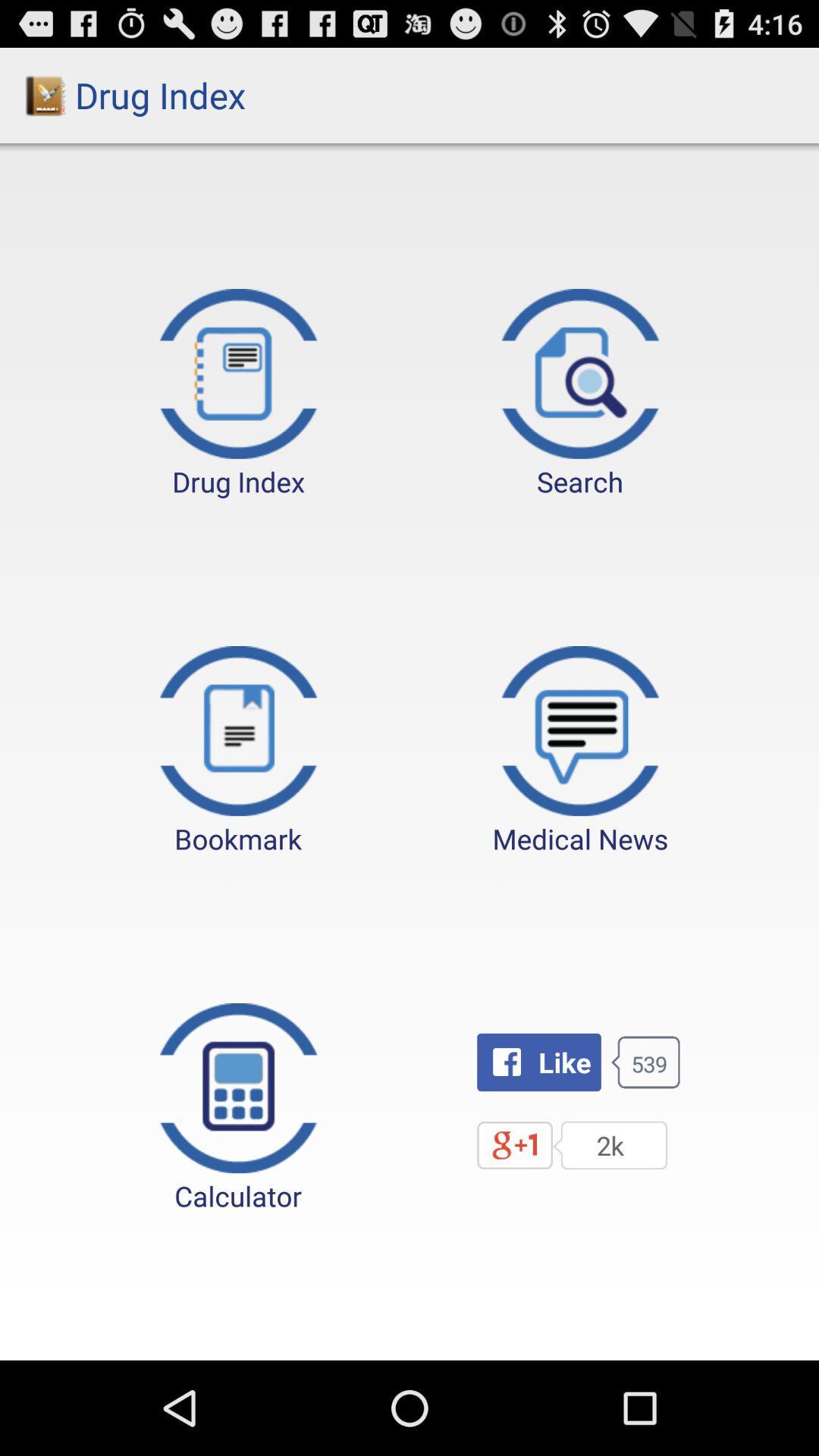 This screenshot has height=1456, width=819. Describe the element at coordinates (238, 752) in the screenshot. I see `the button to the left of the medical news button` at that location.